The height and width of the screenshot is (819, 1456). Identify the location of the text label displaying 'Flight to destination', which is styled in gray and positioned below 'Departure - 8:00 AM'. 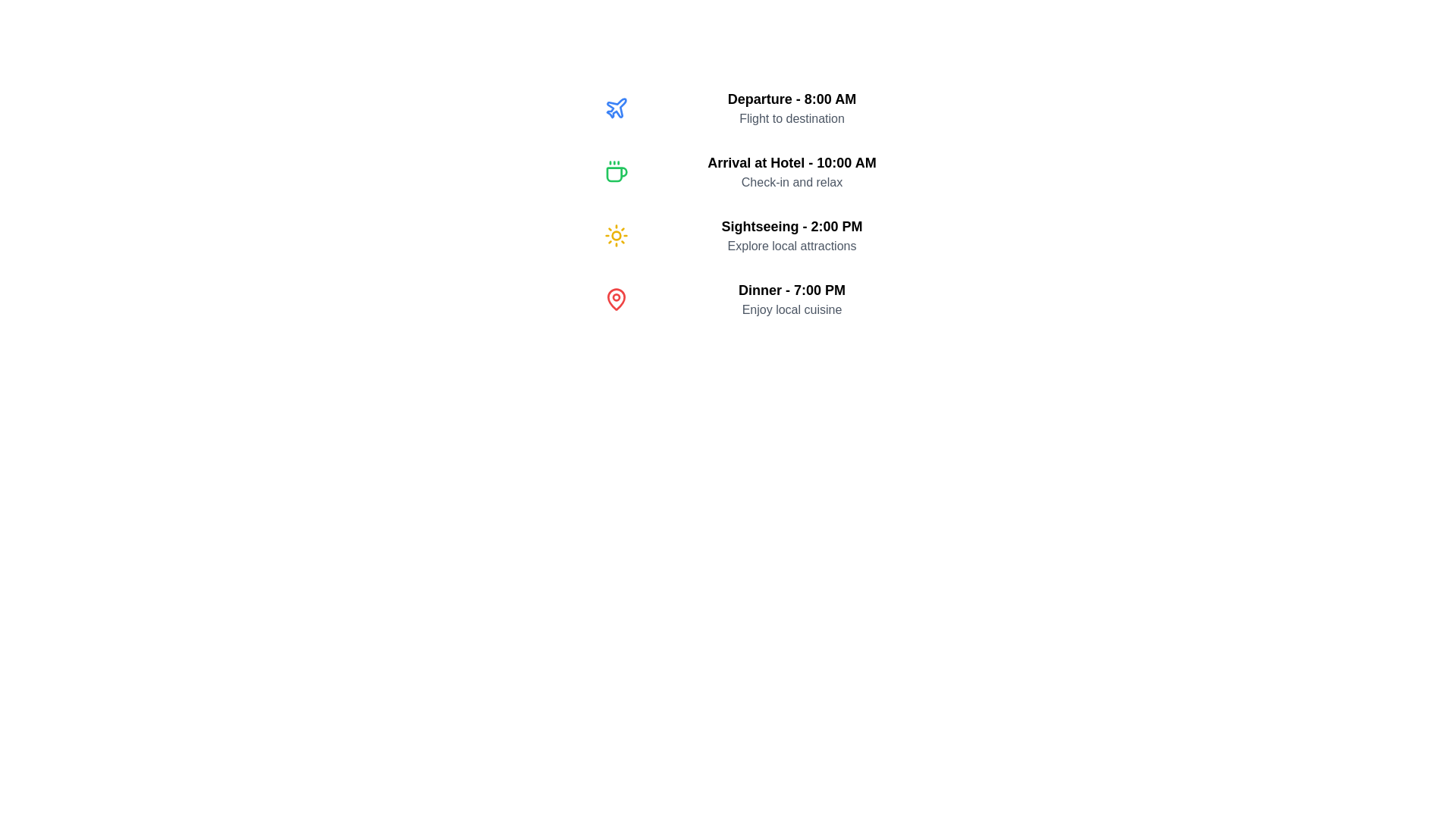
(791, 118).